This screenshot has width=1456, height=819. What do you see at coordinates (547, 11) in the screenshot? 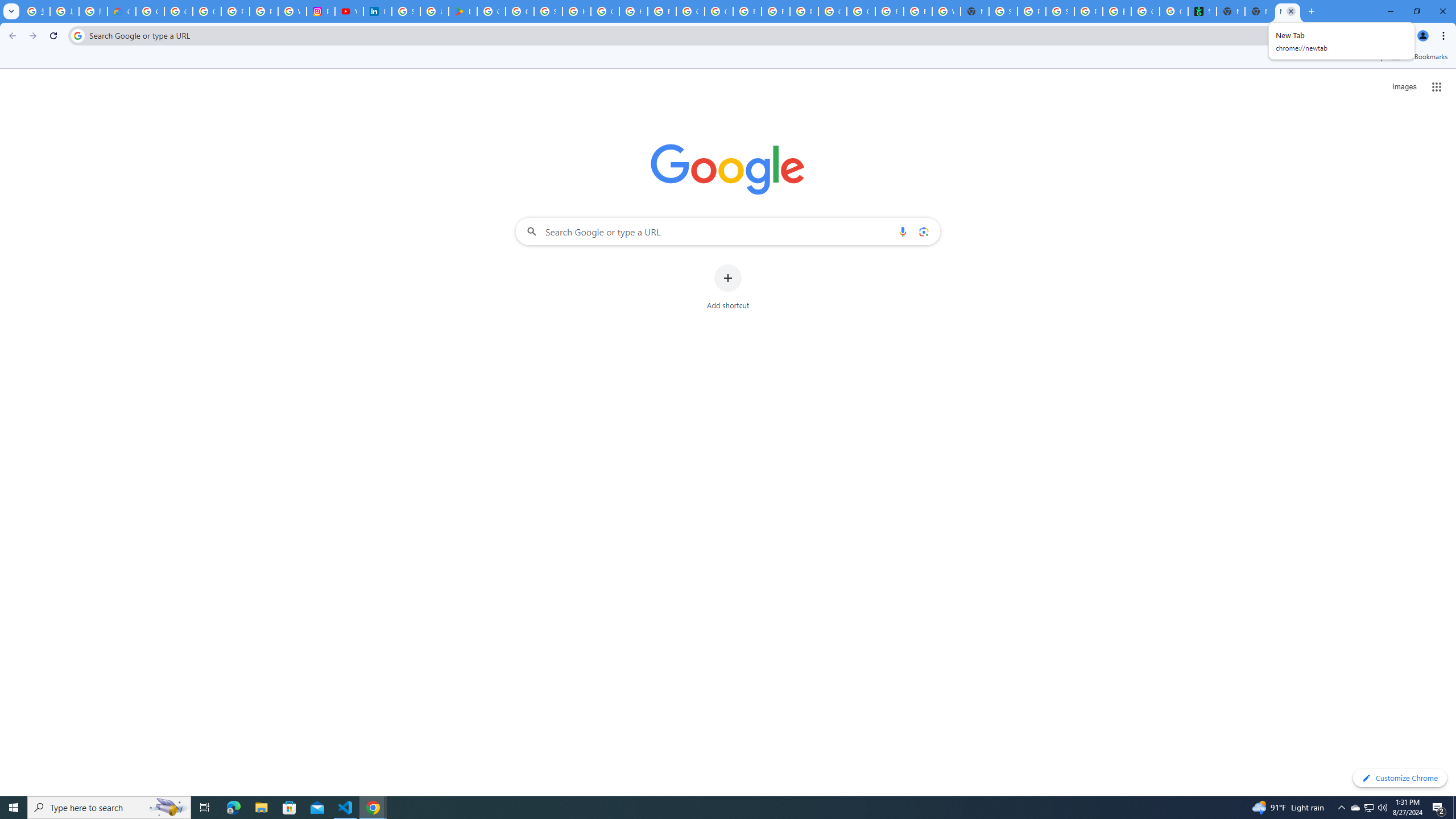
I see `'Sign in - Google Accounts'` at bounding box center [547, 11].